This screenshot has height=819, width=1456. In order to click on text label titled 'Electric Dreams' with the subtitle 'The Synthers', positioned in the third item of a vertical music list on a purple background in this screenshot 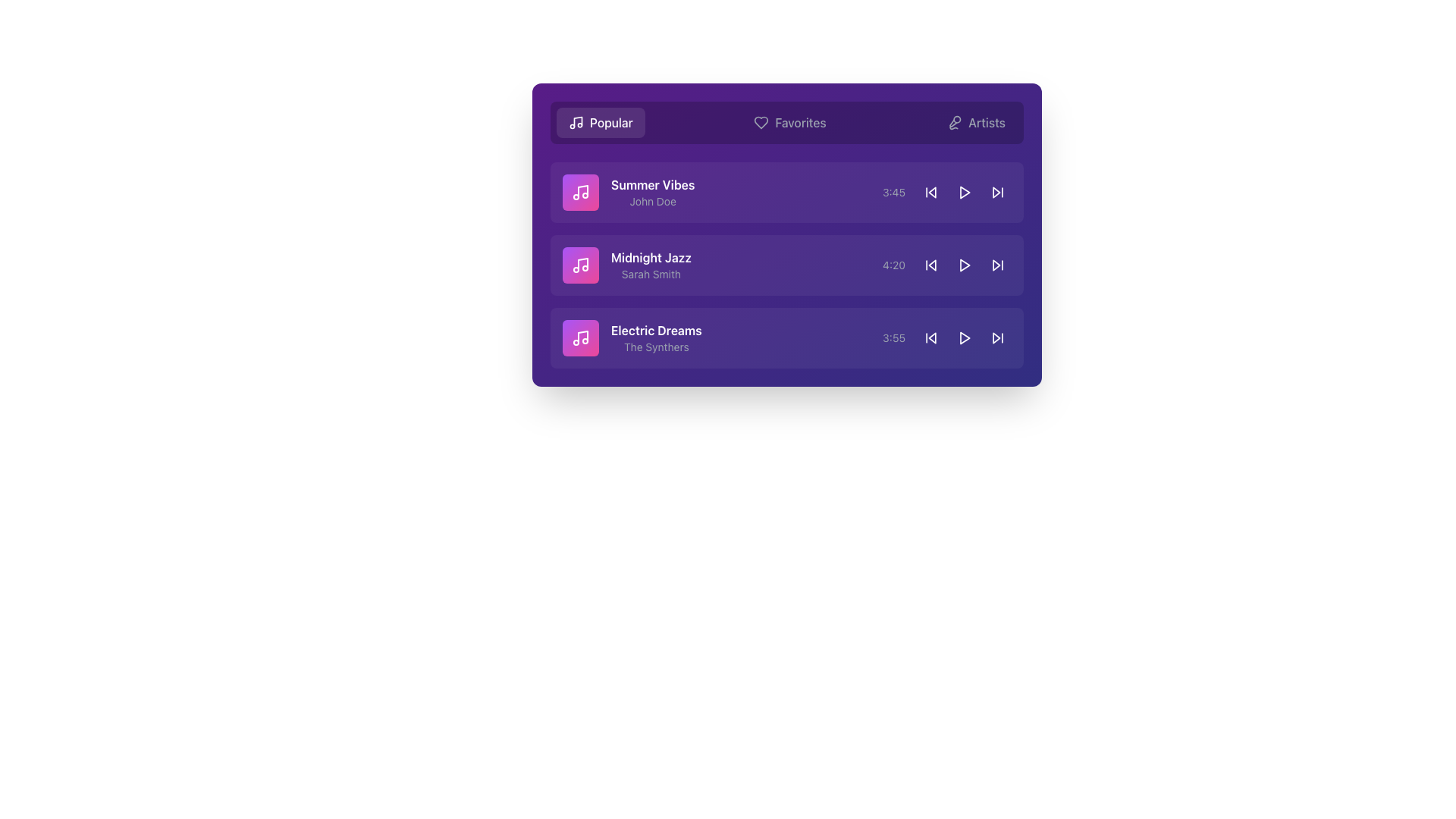, I will do `click(656, 337)`.